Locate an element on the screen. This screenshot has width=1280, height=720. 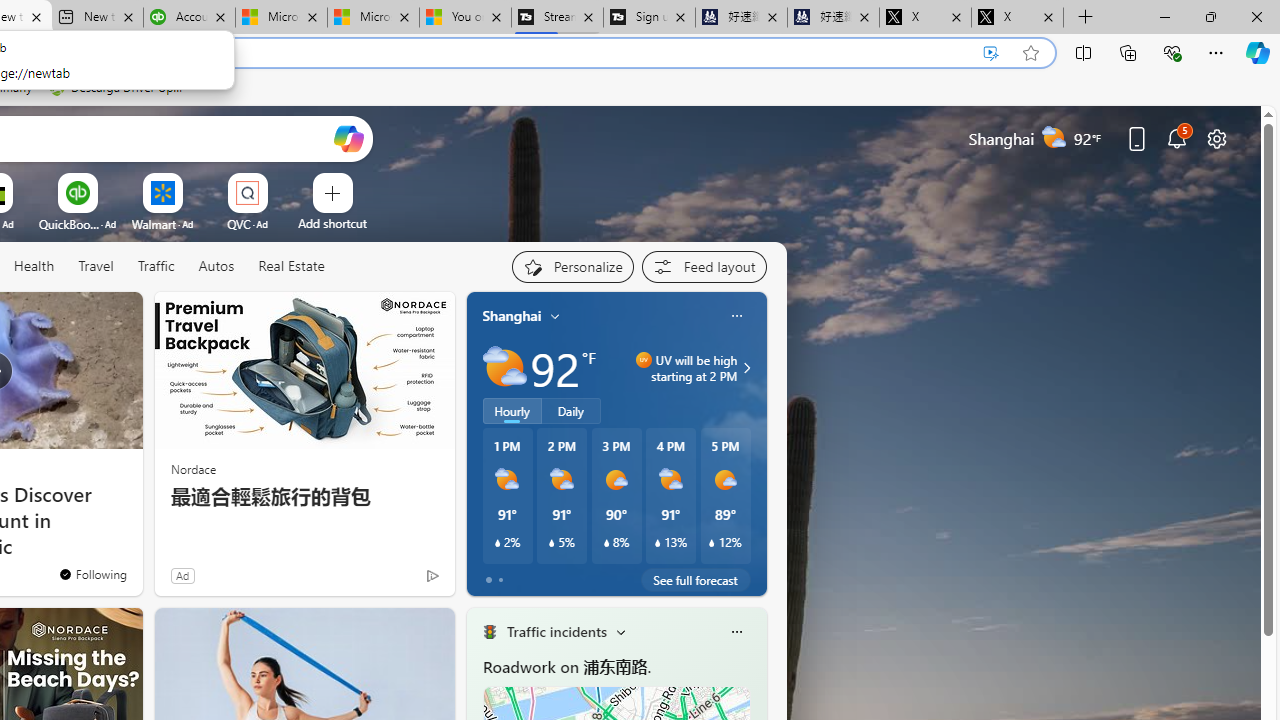
'Traffic' is located at coordinates (154, 265).